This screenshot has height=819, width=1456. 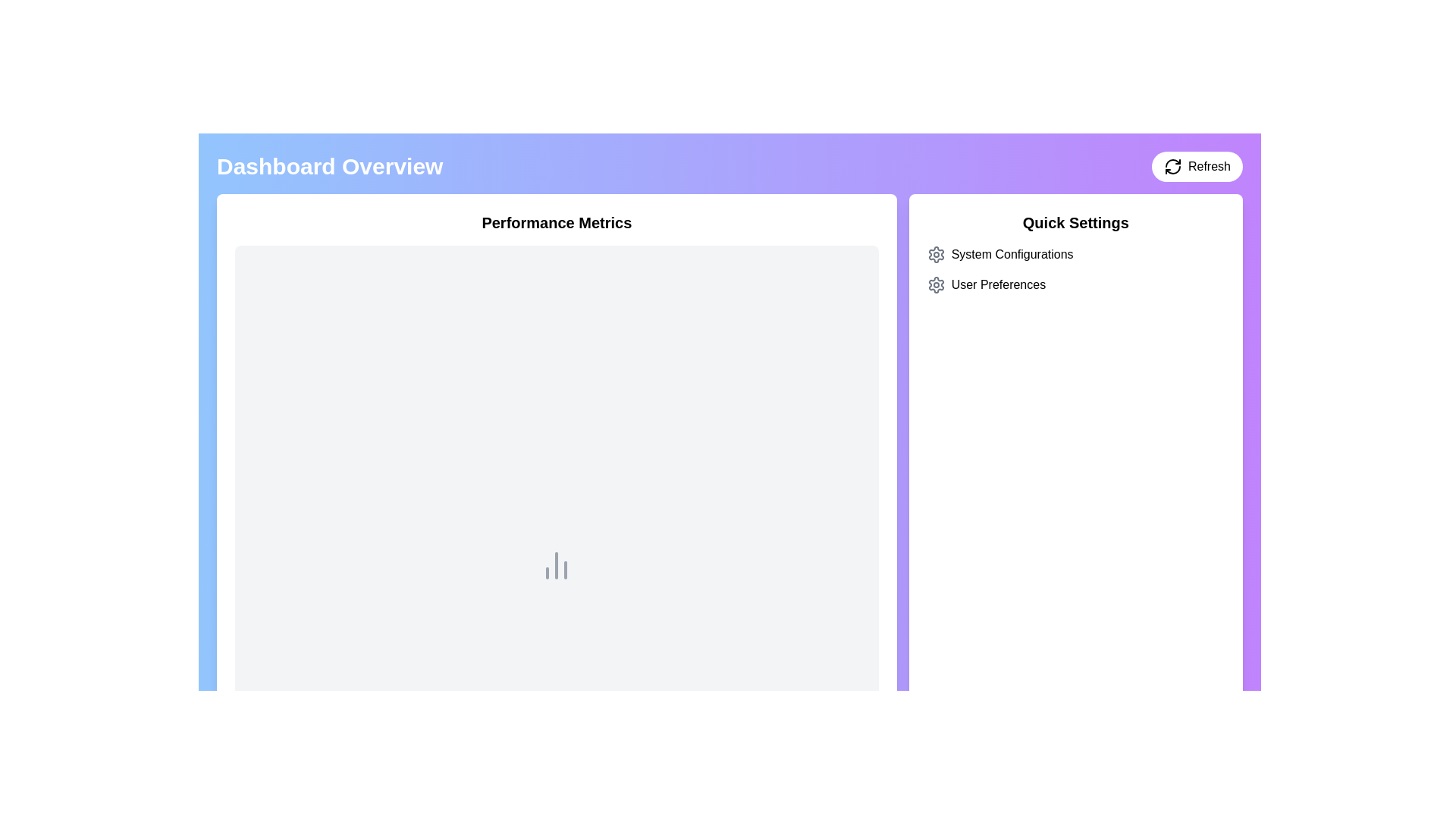 I want to click on text from the 'Quick Settings' header located at the top of the right-aligned panel above 'System Configurations' and 'User Preferences', so click(x=1075, y=222).